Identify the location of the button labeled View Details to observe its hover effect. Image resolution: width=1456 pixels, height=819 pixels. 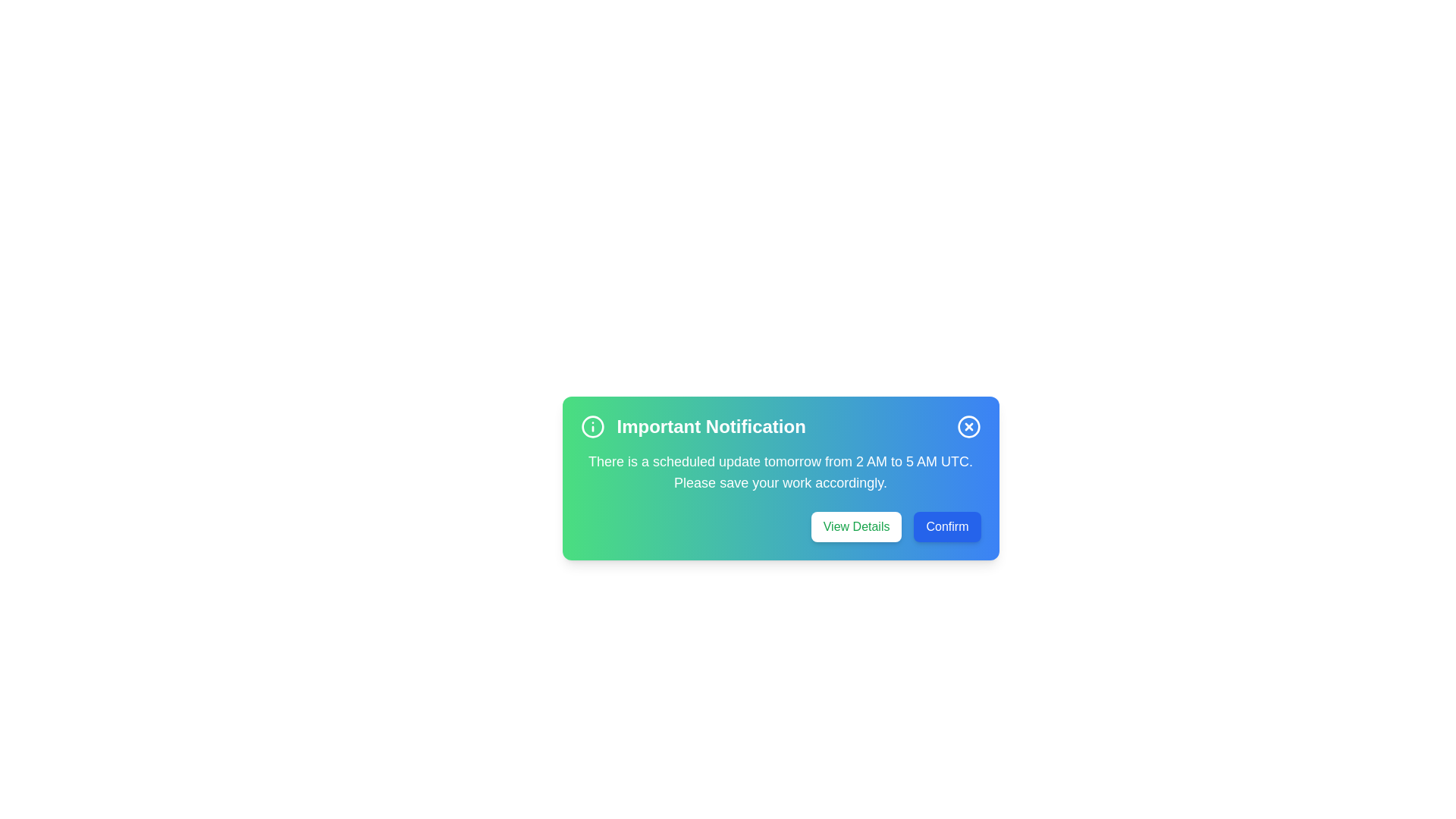
(856, 526).